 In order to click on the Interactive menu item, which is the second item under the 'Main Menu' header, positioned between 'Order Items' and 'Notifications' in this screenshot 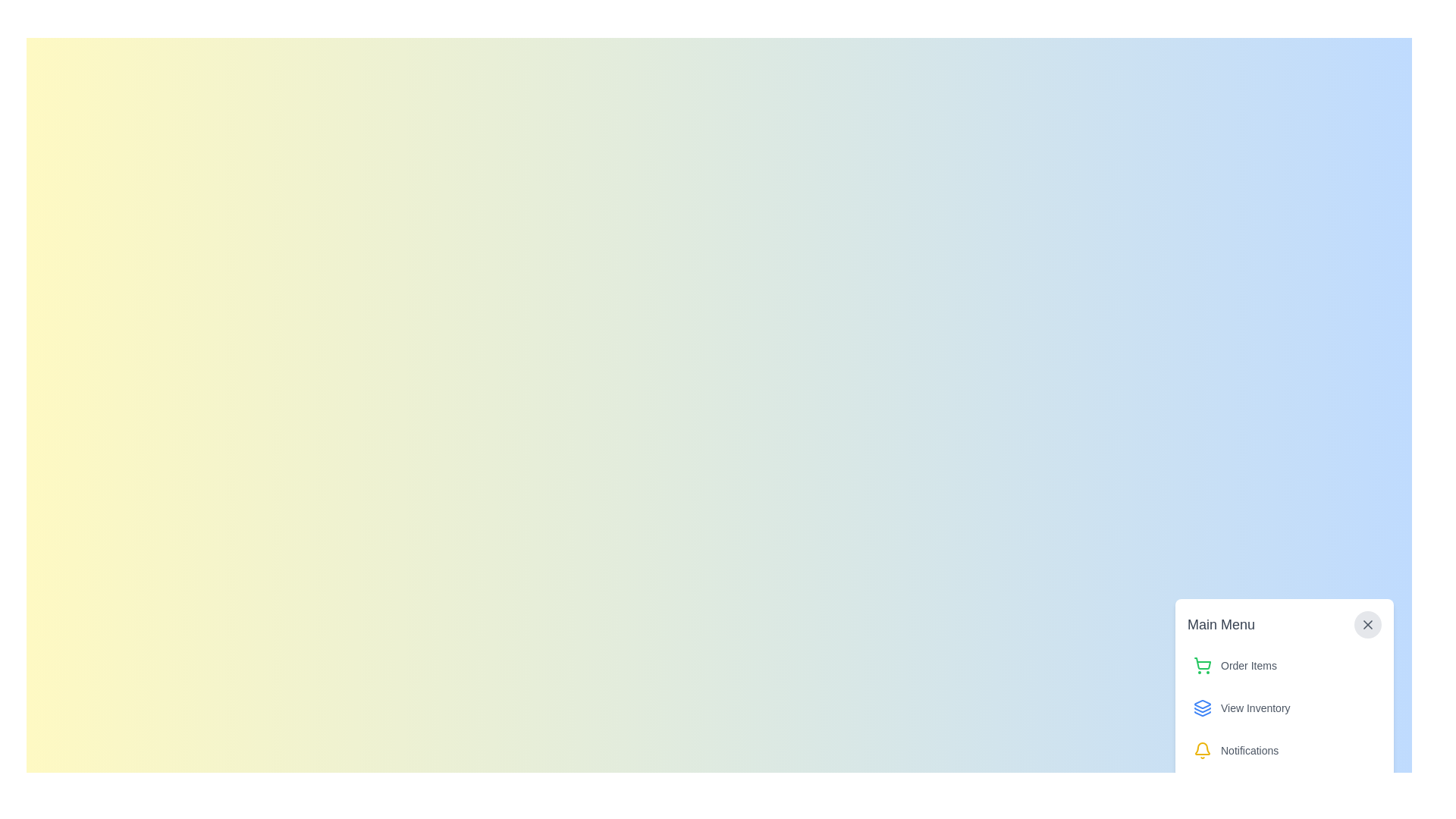, I will do `click(1284, 708)`.